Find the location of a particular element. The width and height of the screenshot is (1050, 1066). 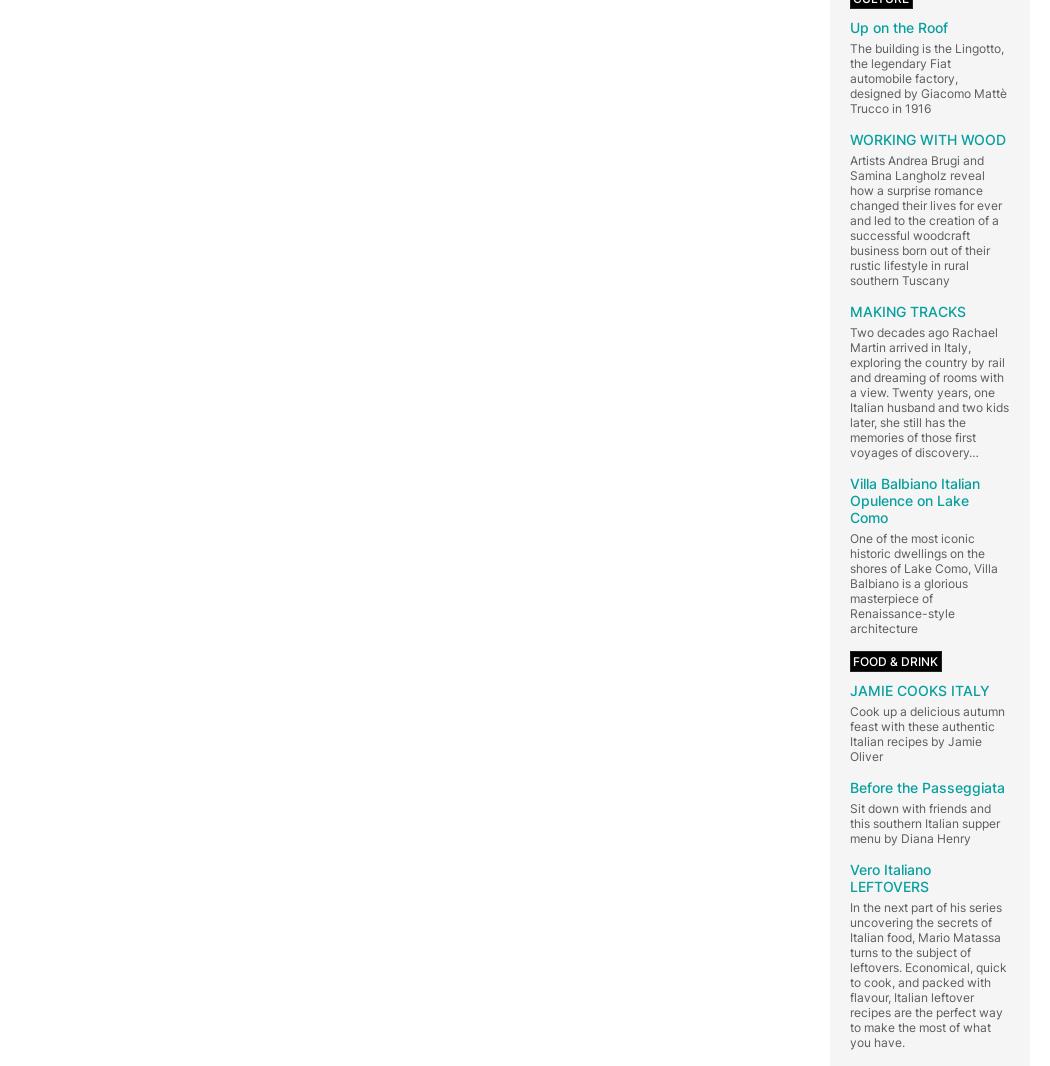

'Villa Balbiano Italian Opulence on Lake Como' is located at coordinates (914, 499).